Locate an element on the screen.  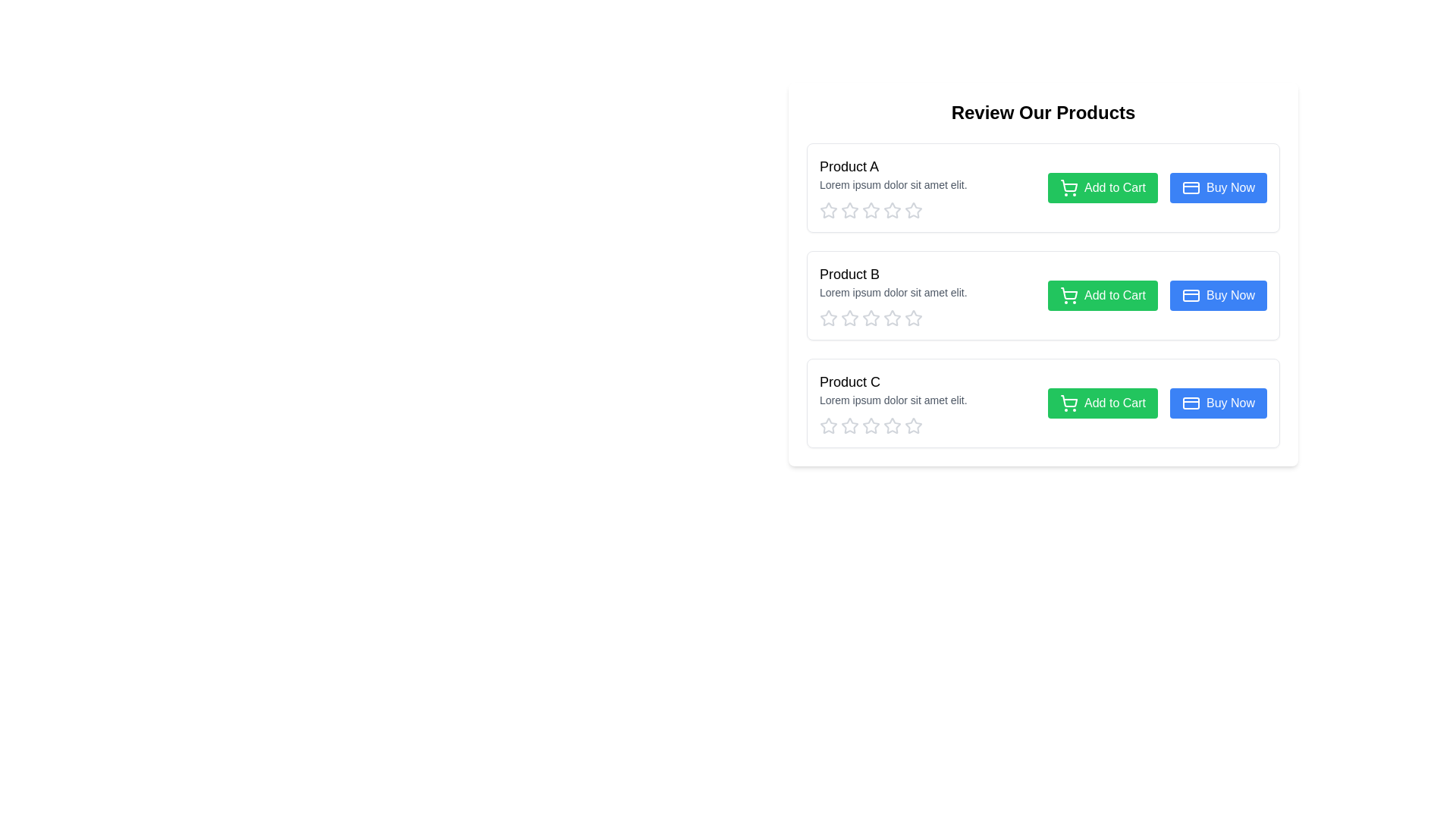
the fifth star icon with a gray outline to rate 'Product A' in the review and rating interface is located at coordinates (912, 210).